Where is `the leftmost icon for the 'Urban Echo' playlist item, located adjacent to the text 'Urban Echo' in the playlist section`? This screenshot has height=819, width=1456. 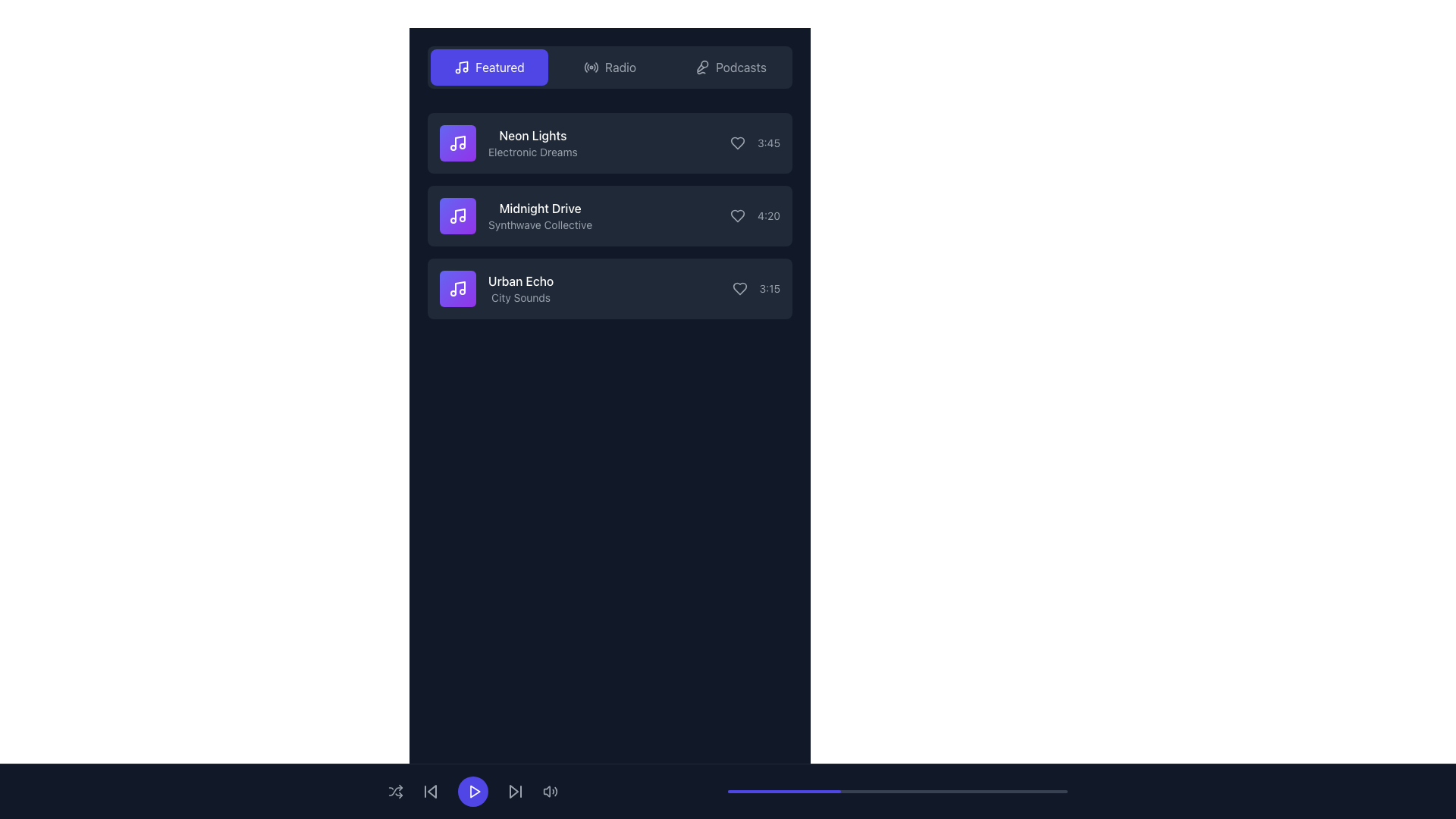
the leftmost icon for the 'Urban Echo' playlist item, located adjacent to the text 'Urban Echo' in the playlist section is located at coordinates (457, 289).